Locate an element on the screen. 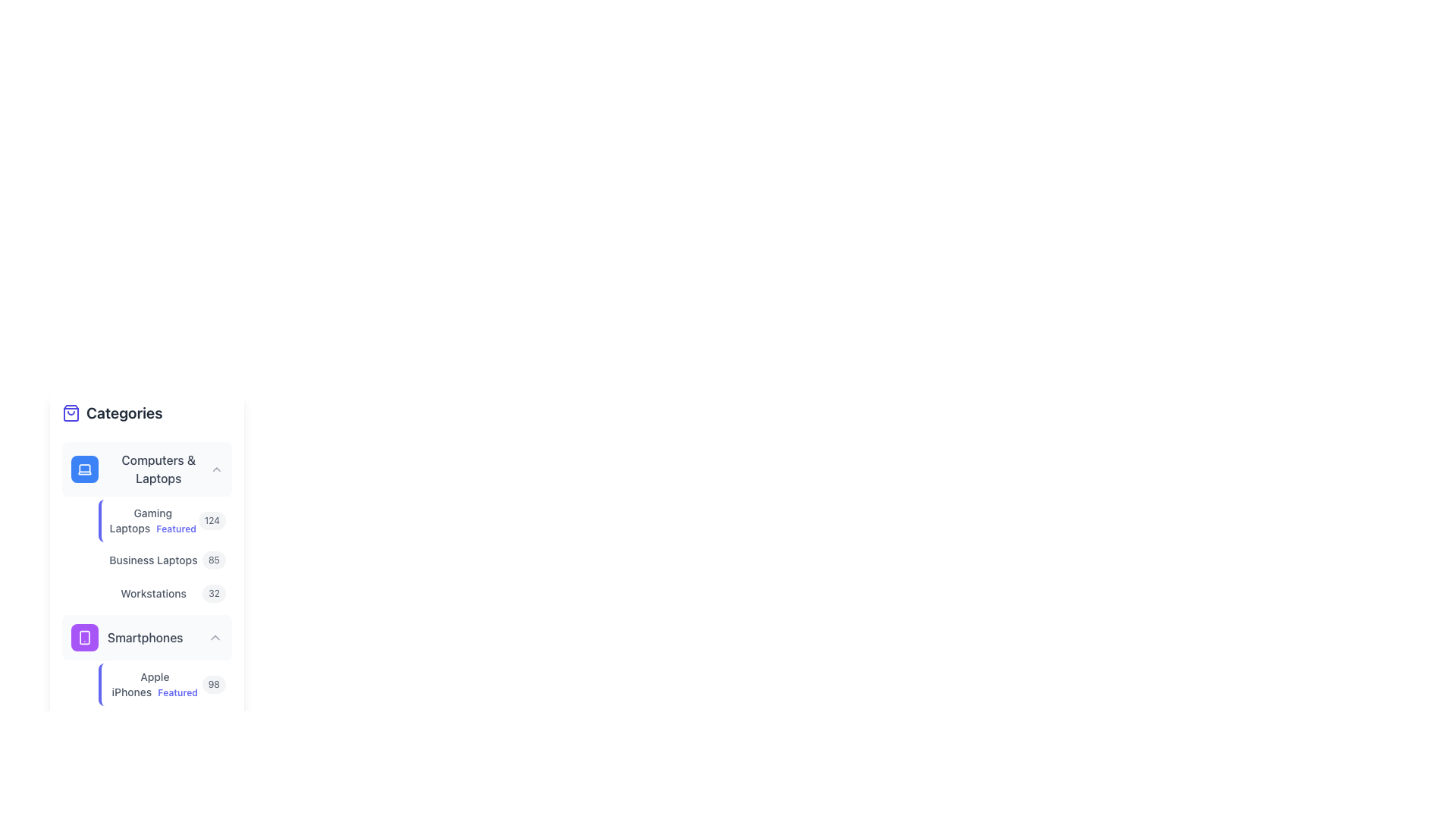 The height and width of the screenshot is (819, 1456). the first button in the vertical list of categories is located at coordinates (146, 468).